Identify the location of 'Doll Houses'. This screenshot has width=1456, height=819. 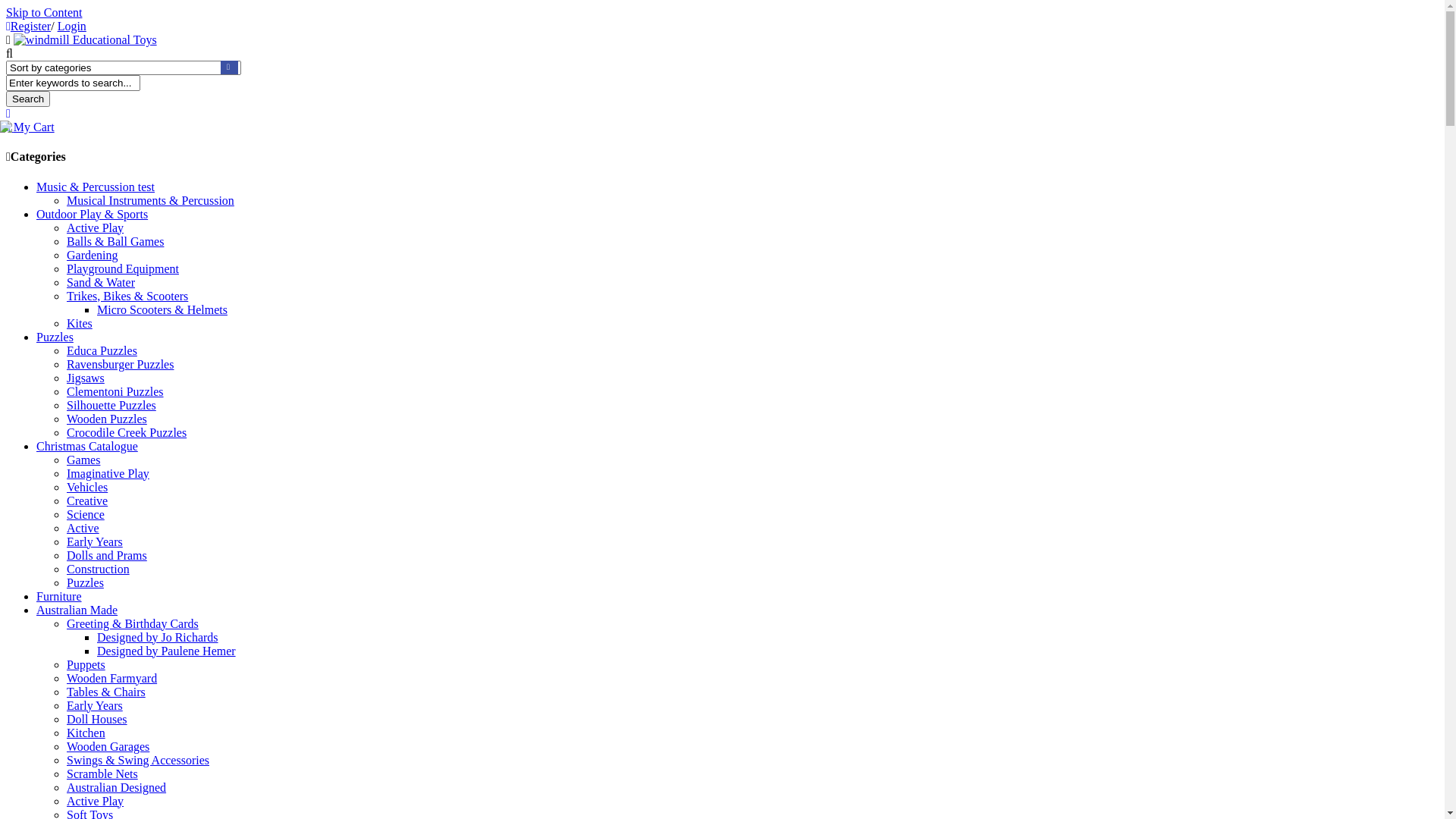
(96, 718).